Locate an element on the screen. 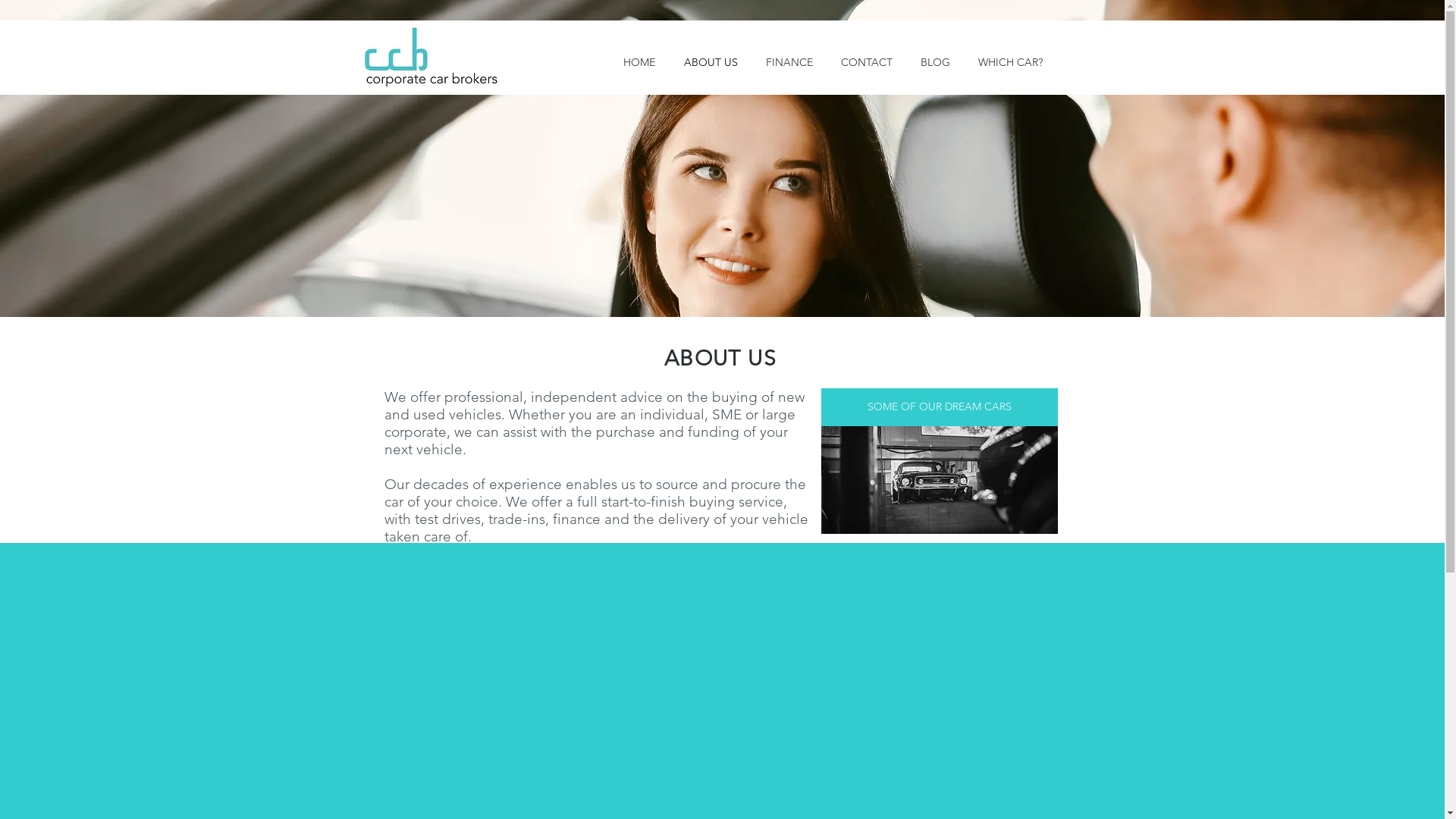 This screenshot has height=819, width=1456. 'ABOUT US' is located at coordinates (709, 61).